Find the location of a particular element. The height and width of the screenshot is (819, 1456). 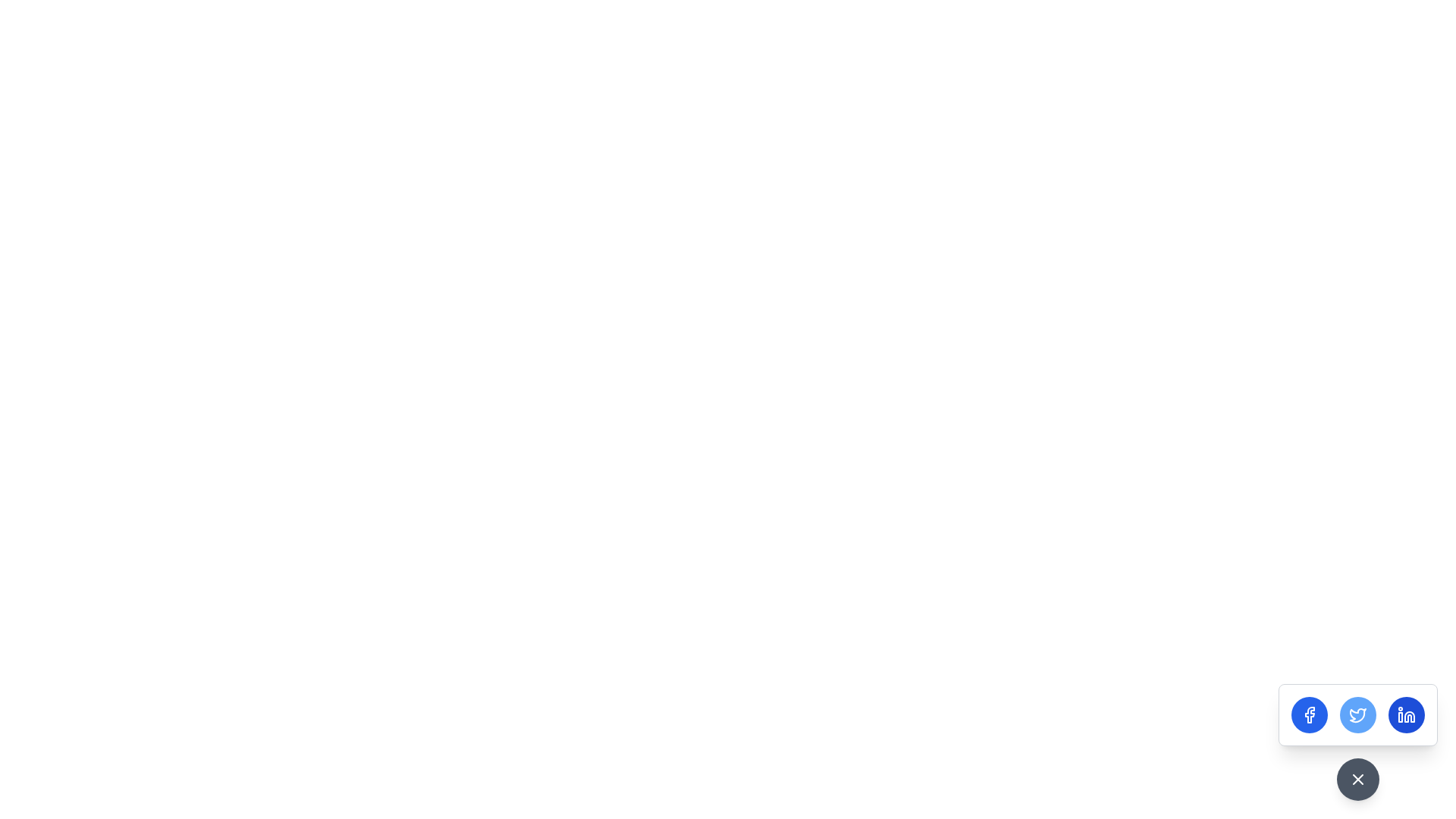

the close button located at the bottom-right corner of the floating menu is located at coordinates (1357, 742).